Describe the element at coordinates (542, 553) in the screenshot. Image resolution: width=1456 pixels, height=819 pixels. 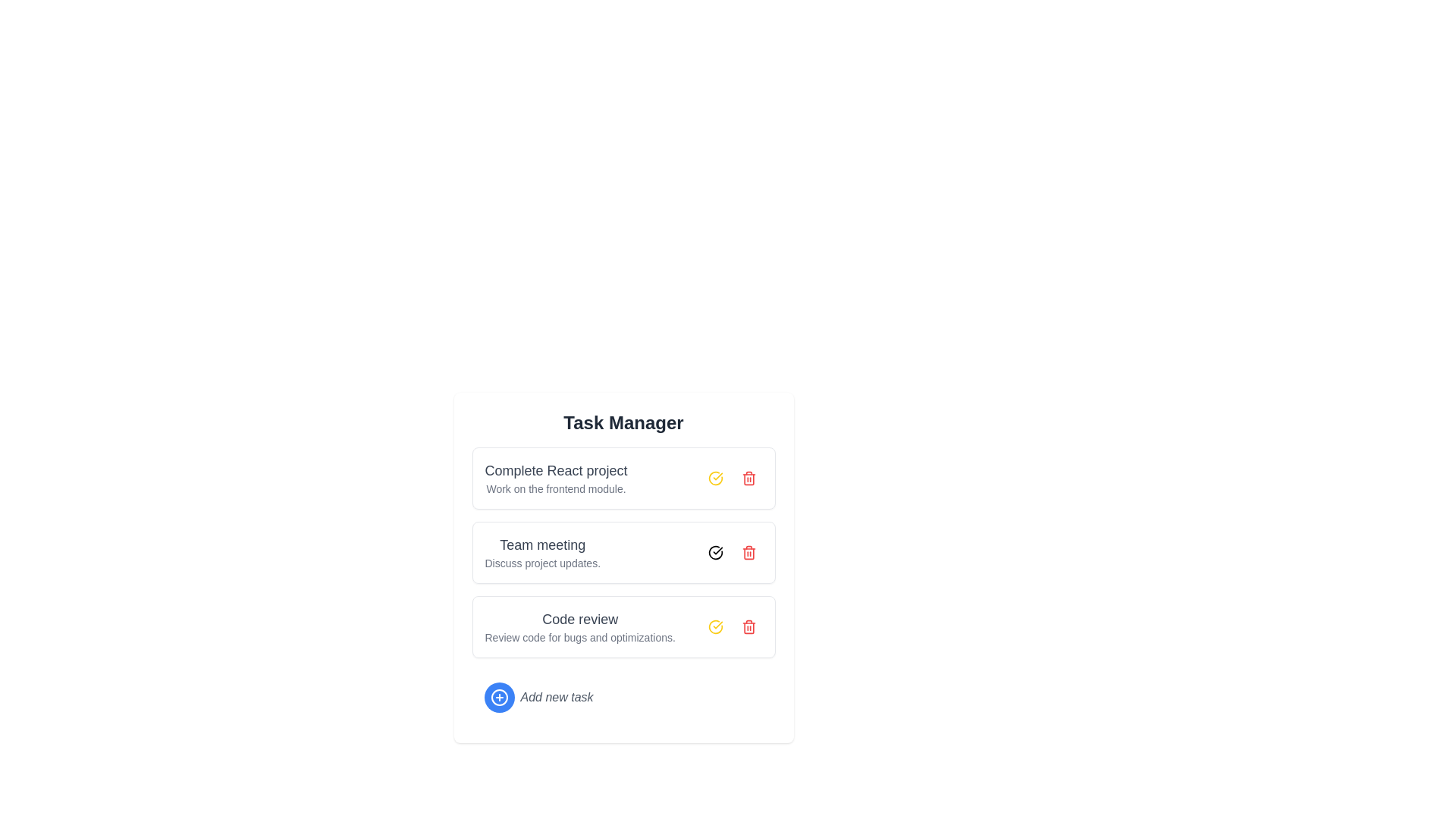
I see `title 'Team meeting' and the description 'Discuss project updates' from the second task item in the task list, which is styled with a larger font for the title and a smaller font for the description` at that location.